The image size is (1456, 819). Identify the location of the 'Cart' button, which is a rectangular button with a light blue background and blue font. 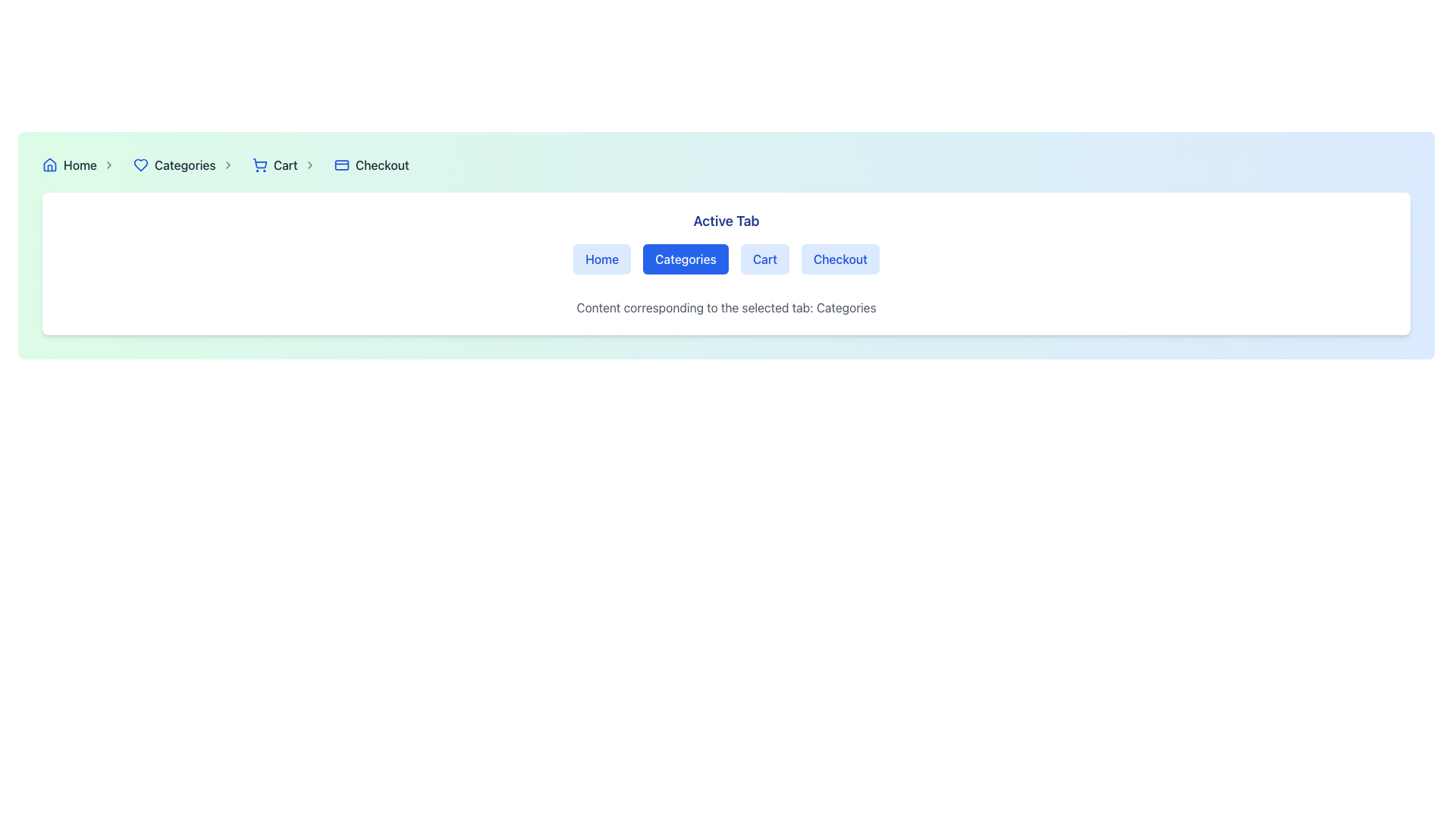
(764, 259).